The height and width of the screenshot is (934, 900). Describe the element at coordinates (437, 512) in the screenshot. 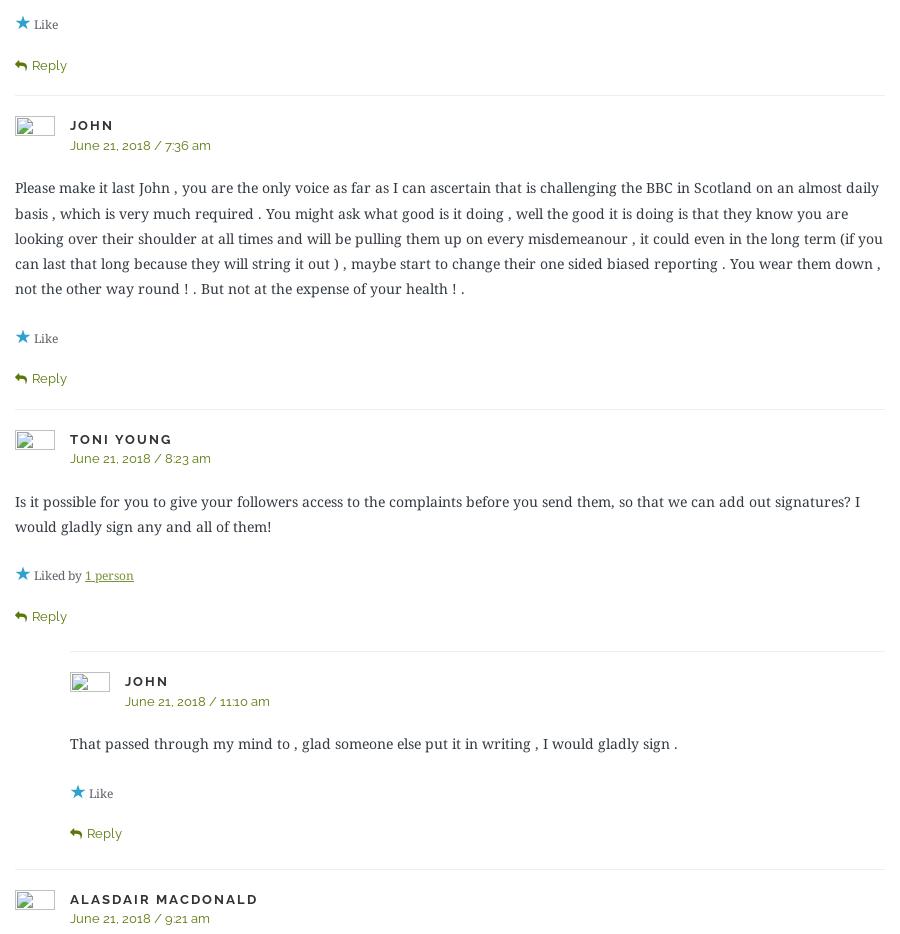

I see `'Is it possible for you to give your followers access to the complaints before you send them, so that we can add out signatures? I would gladly sign any and all of them!'` at that location.